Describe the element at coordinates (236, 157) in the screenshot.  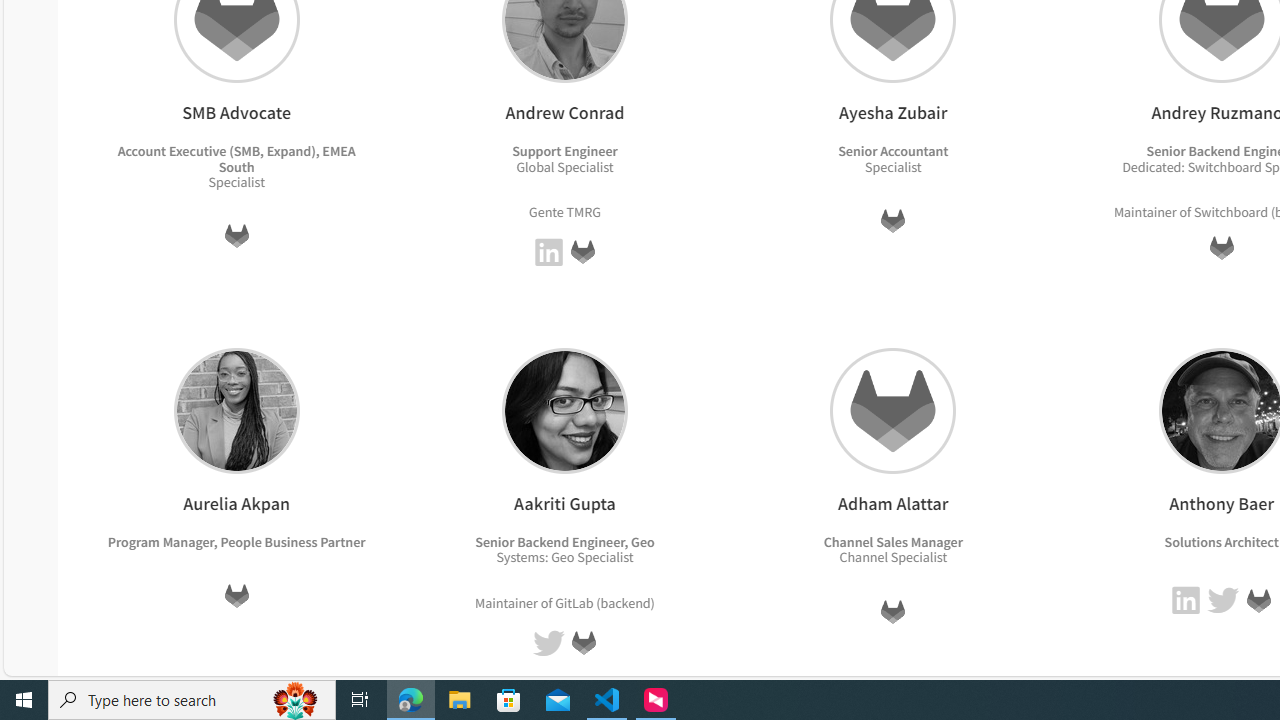
I see `'Account Executive (SMB, Expand), EMEA South'` at that location.